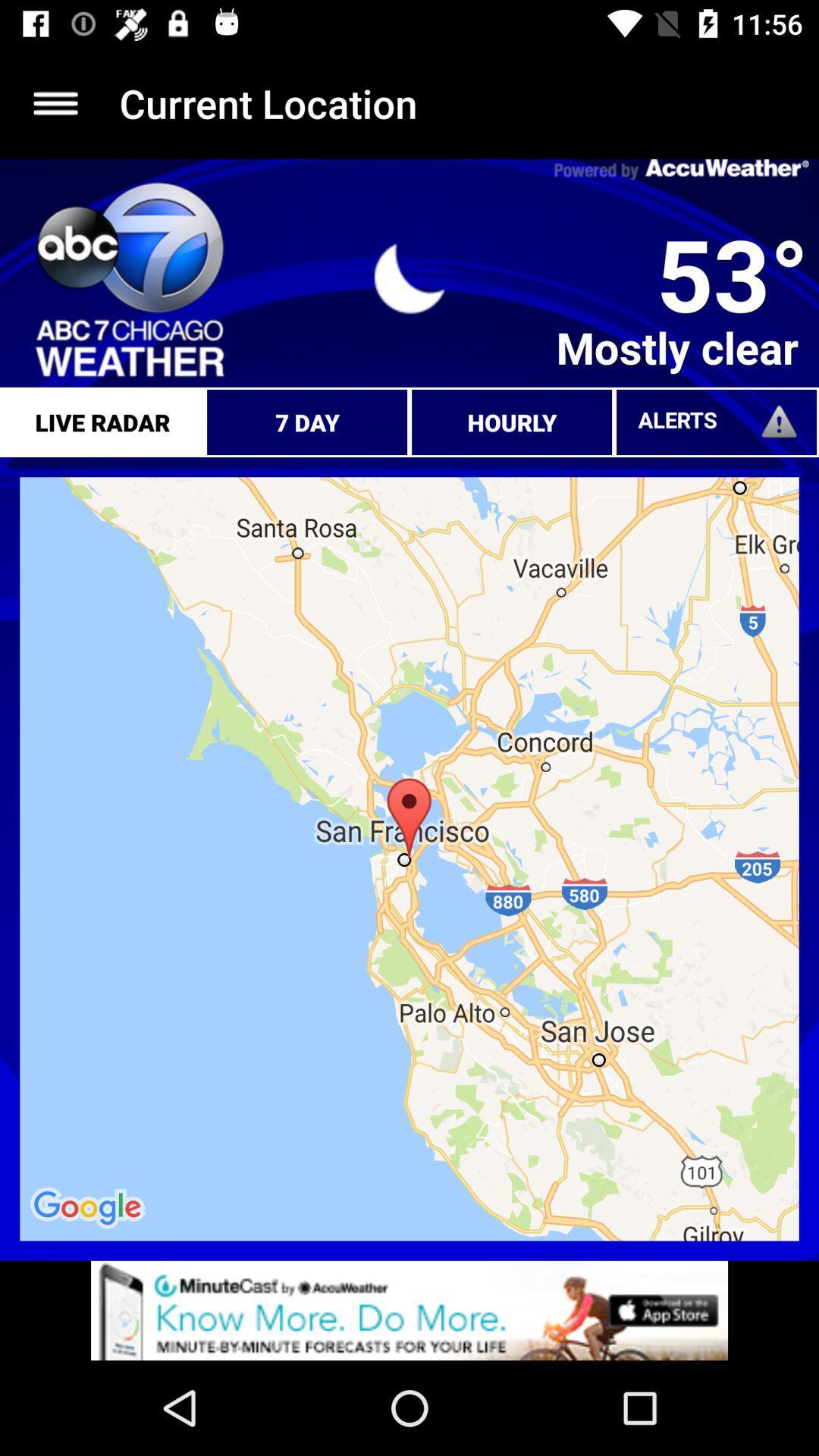  I want to click on moon icon before 53, so click(409, 278).